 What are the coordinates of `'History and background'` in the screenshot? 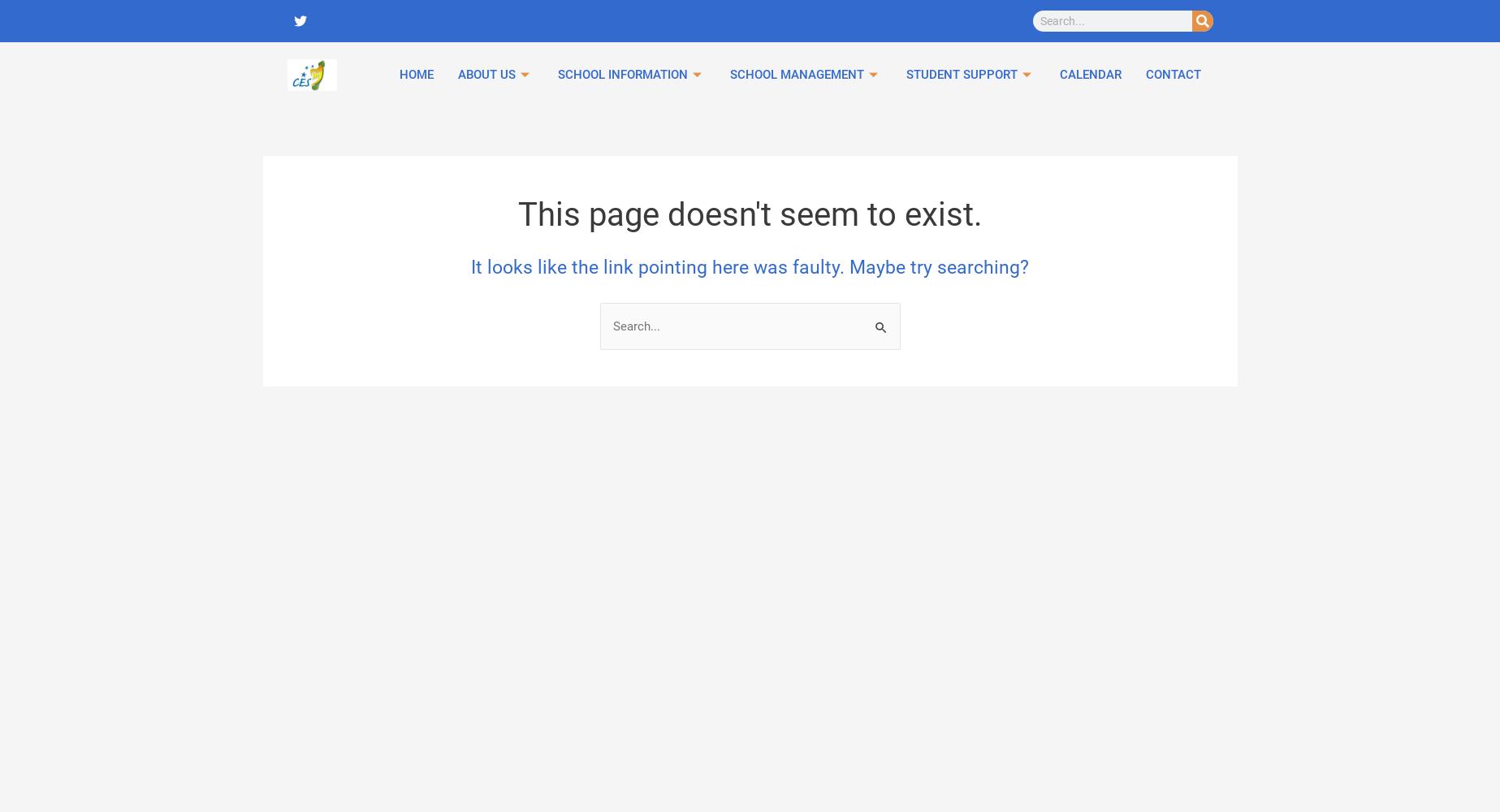 It's located at (842, 177).